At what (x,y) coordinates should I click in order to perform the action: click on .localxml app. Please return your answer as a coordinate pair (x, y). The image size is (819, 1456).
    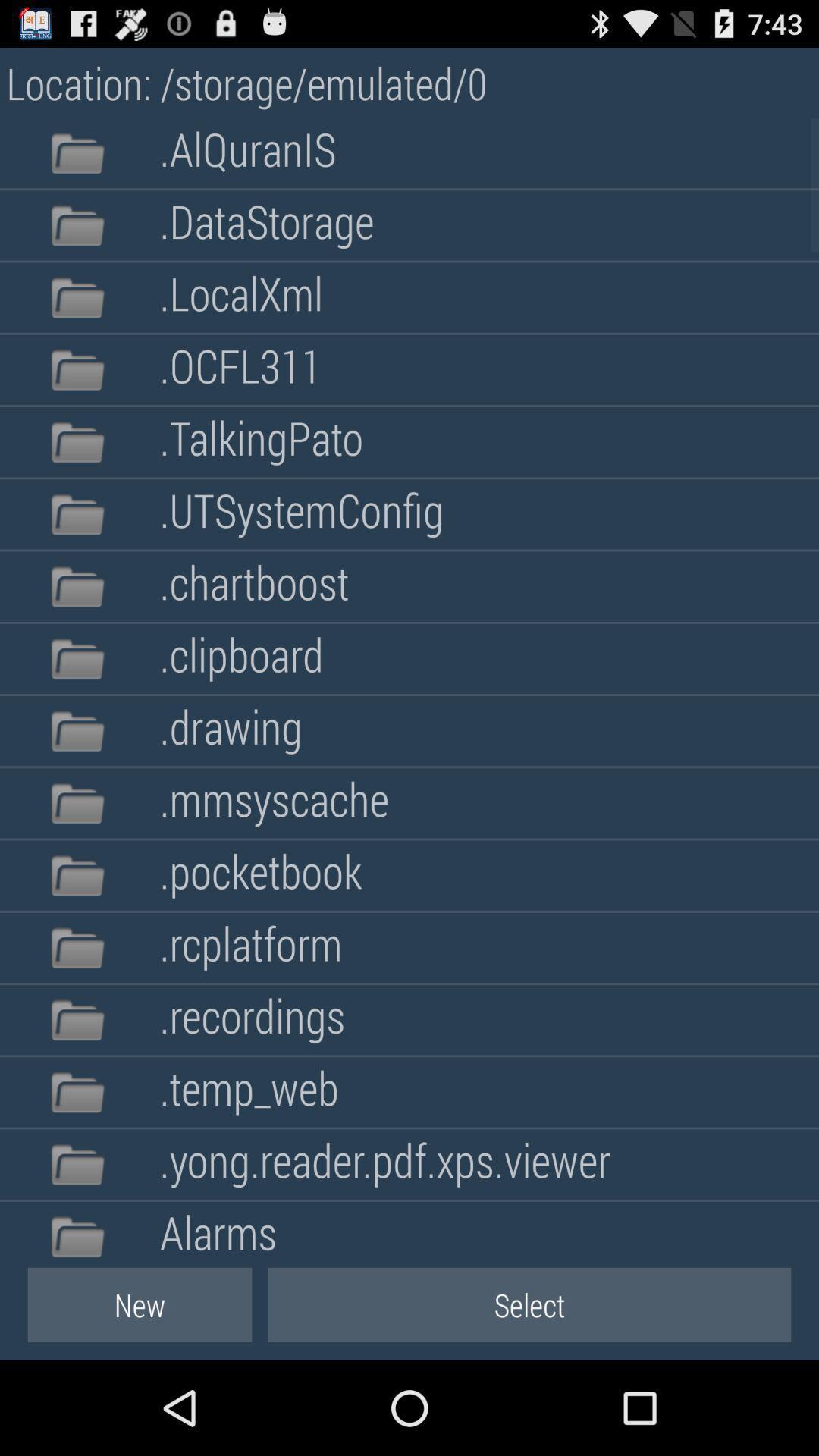
    Looking at the image, I should click on (240, 297).